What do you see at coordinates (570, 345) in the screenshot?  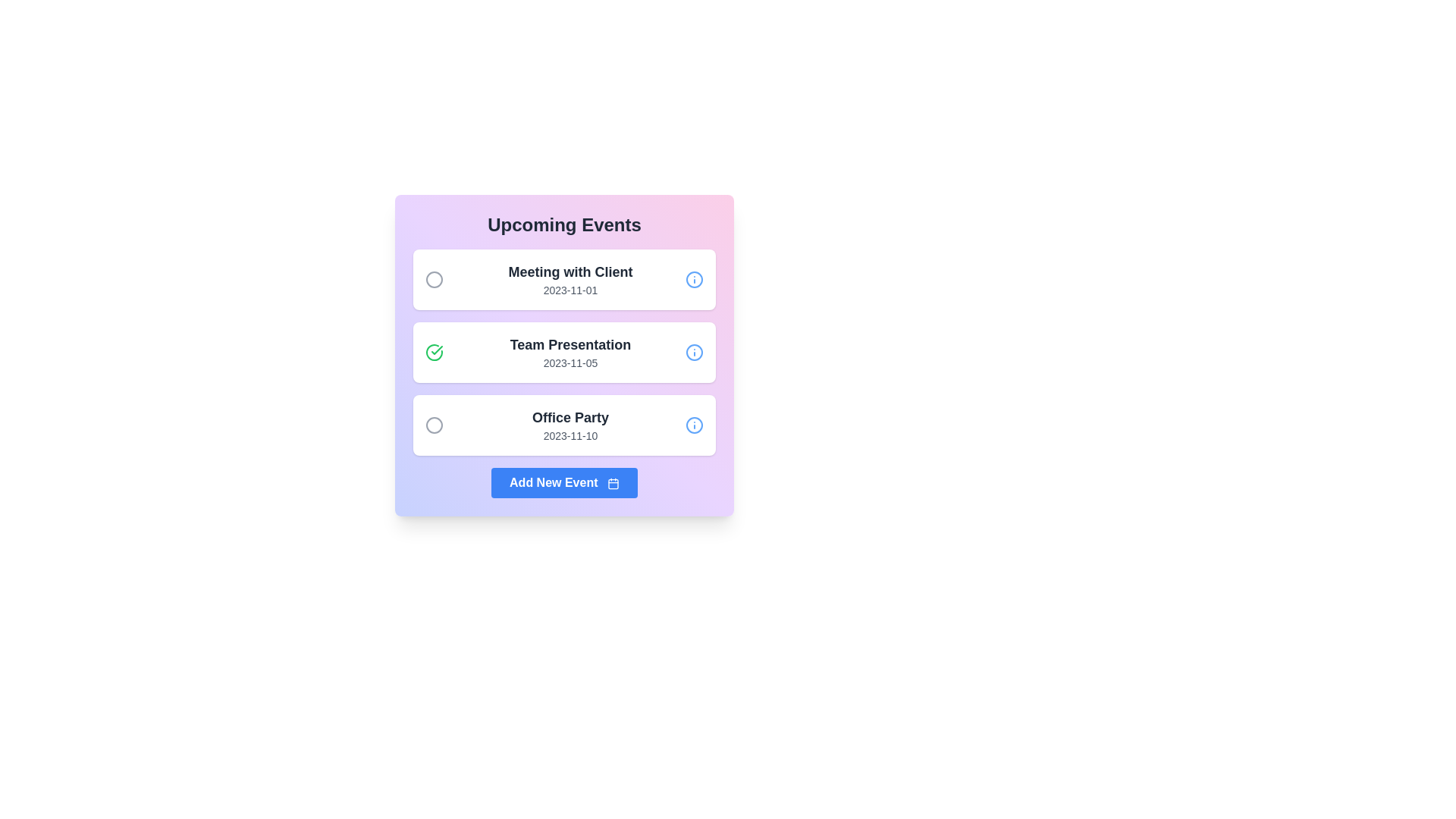 I see `the 'Team Presentation' text label, which identifies the event in a list of upcoming events` at bounding box center [570, 345].